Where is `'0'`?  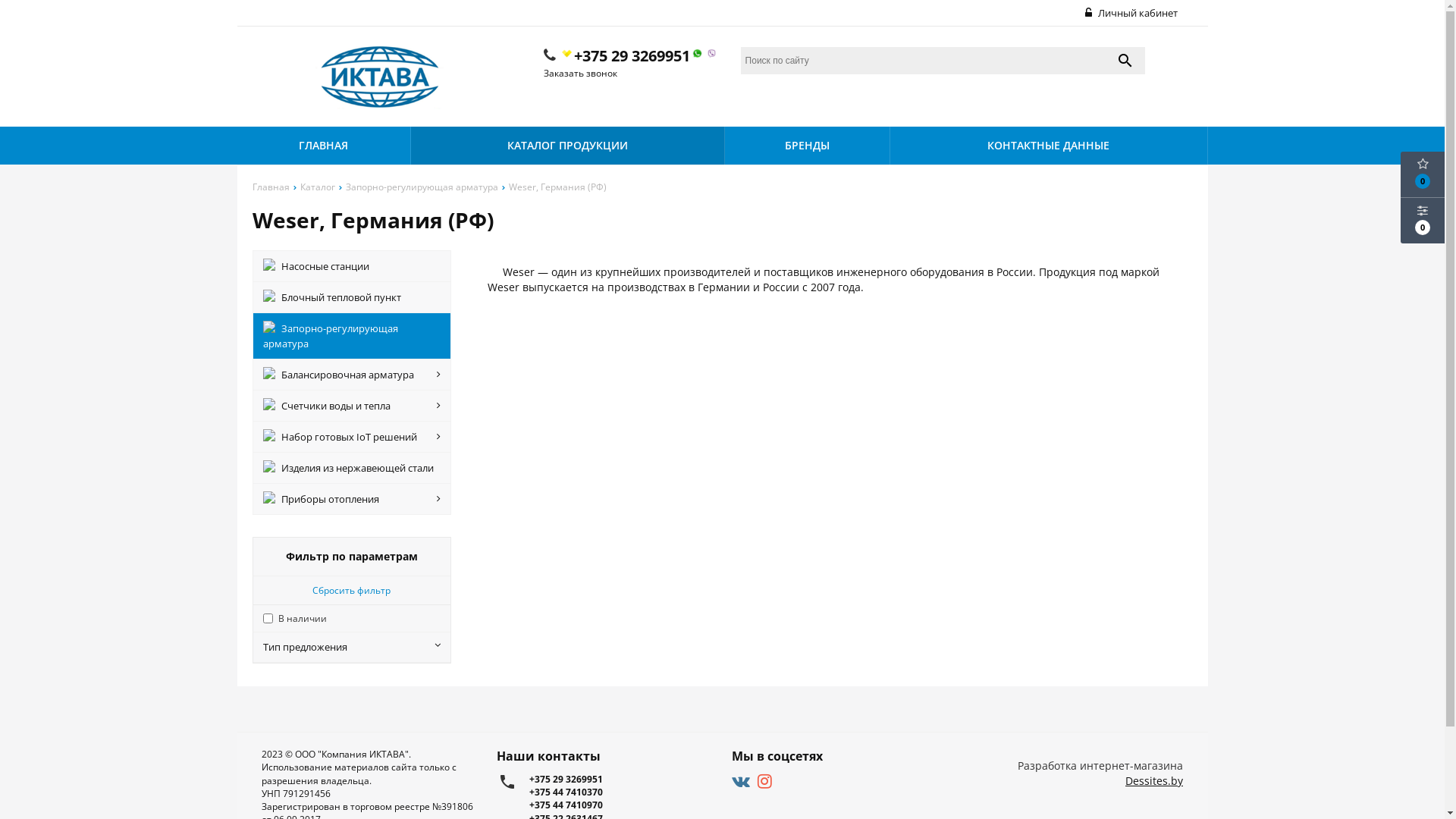 '0' is located at coordinates (1422, 174).